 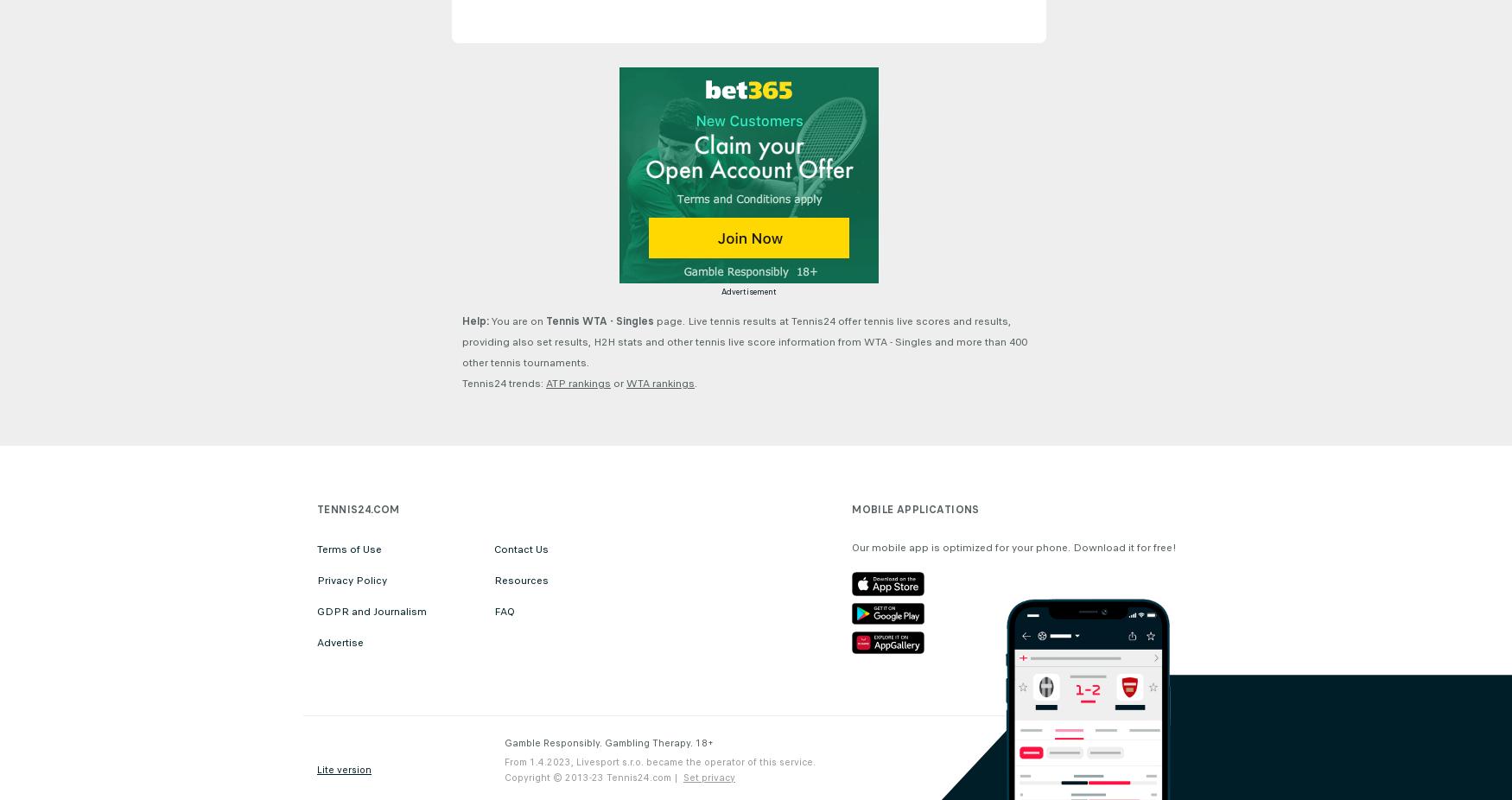 What do you see at coordinates (600, 321) in the screenshot?
I see `'Tennis WTA - Singles'` at bounding box center [600, 321].